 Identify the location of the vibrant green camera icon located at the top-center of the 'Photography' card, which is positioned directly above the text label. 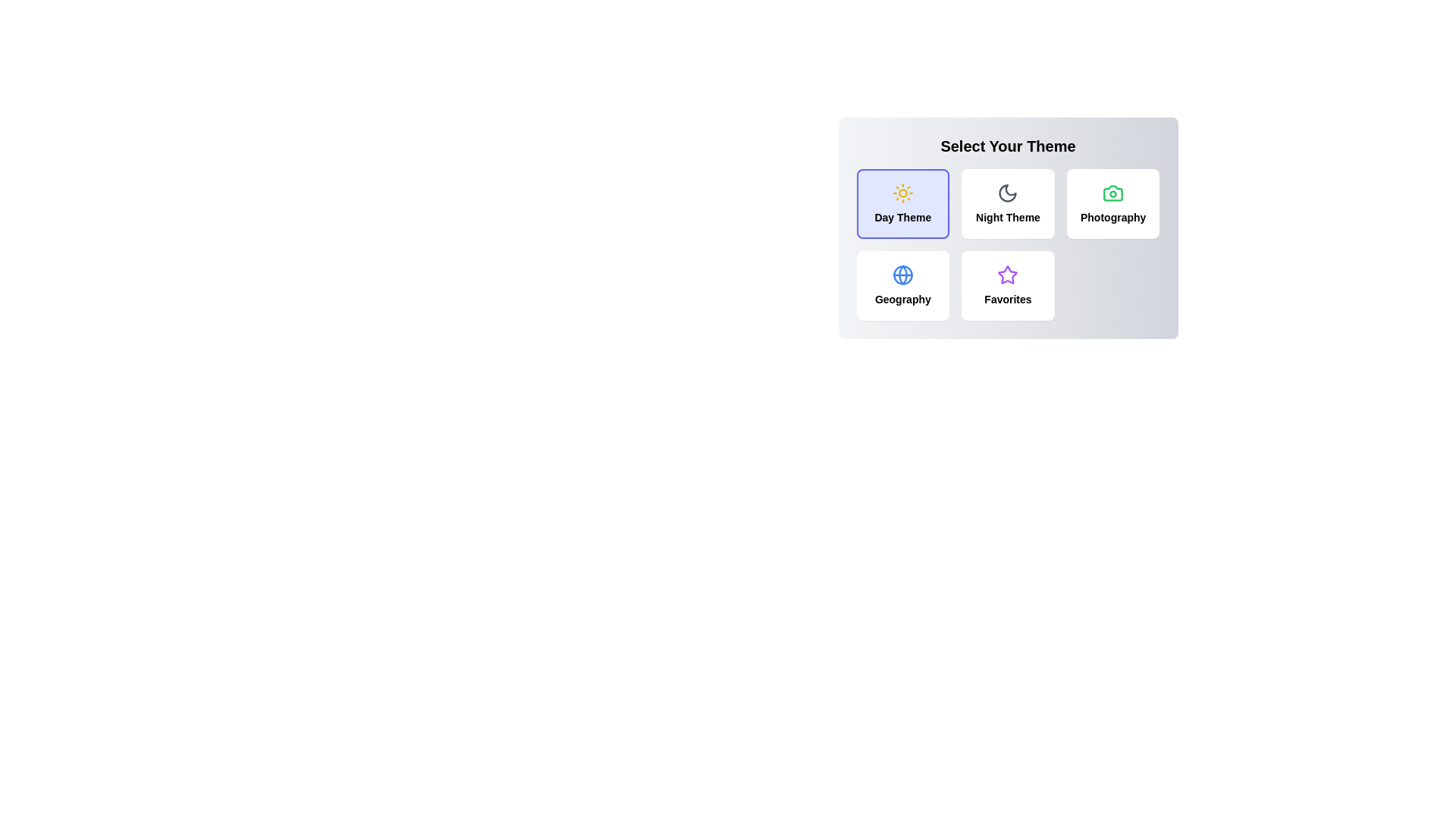
(1113, 192).